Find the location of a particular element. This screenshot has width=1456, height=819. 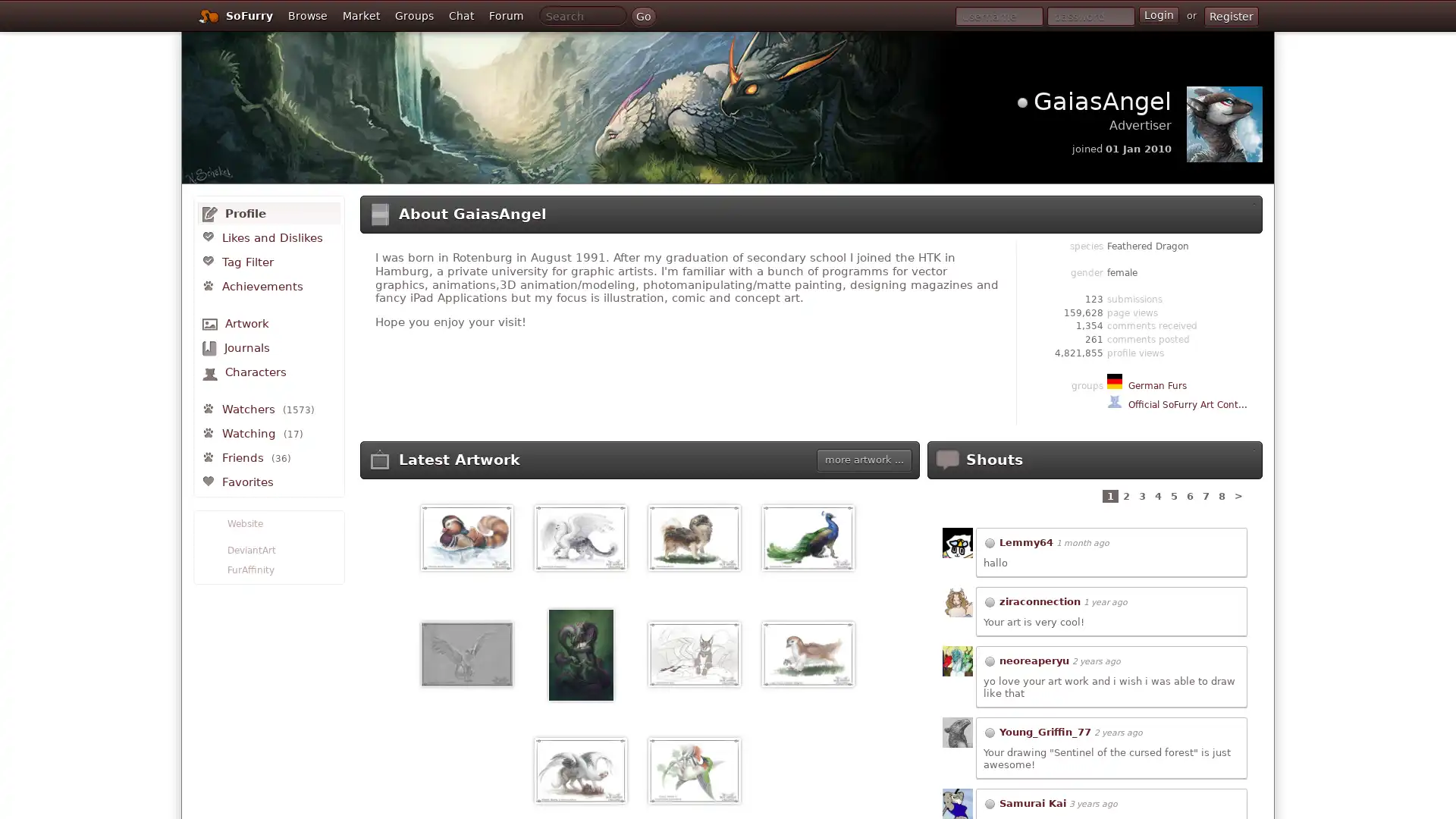

Login is located at coordinates (1158, 14).